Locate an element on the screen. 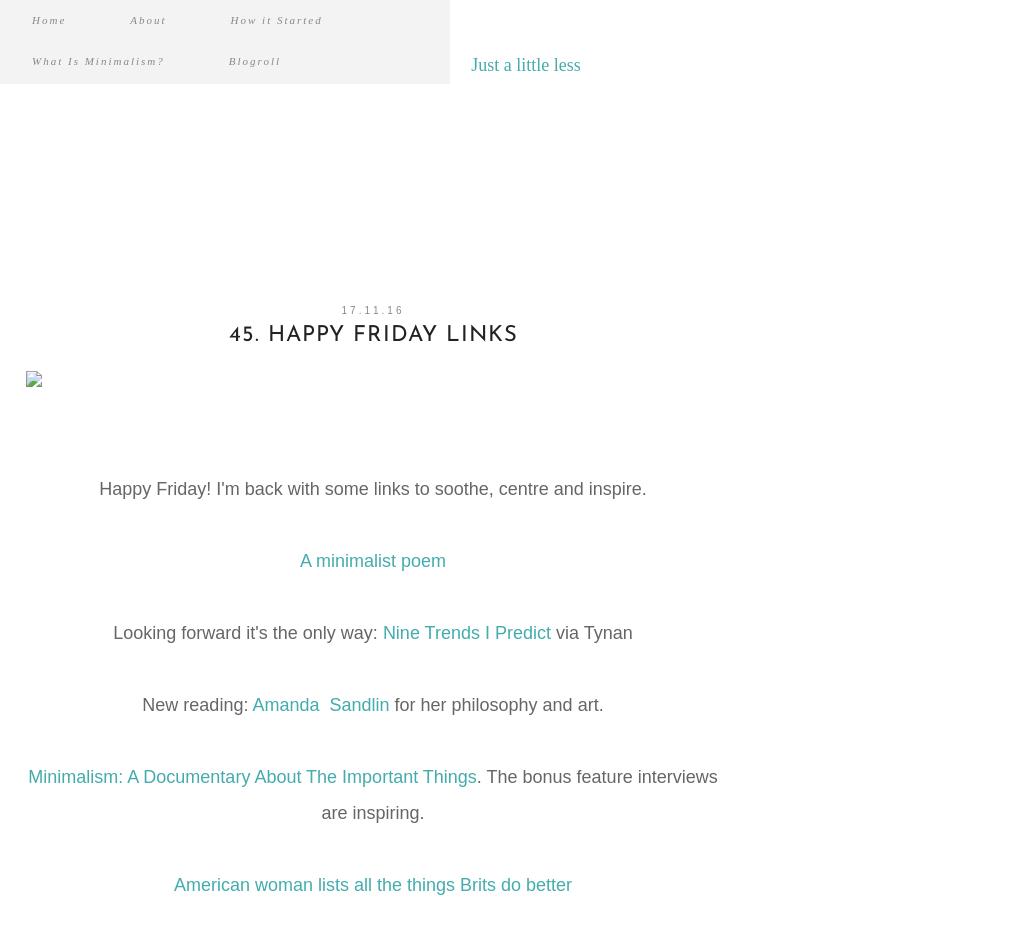 The height and width of the screenshot is (935, 1028). '. The bonus feature interviews are inspiring.' is located at coordinates (519, 794).